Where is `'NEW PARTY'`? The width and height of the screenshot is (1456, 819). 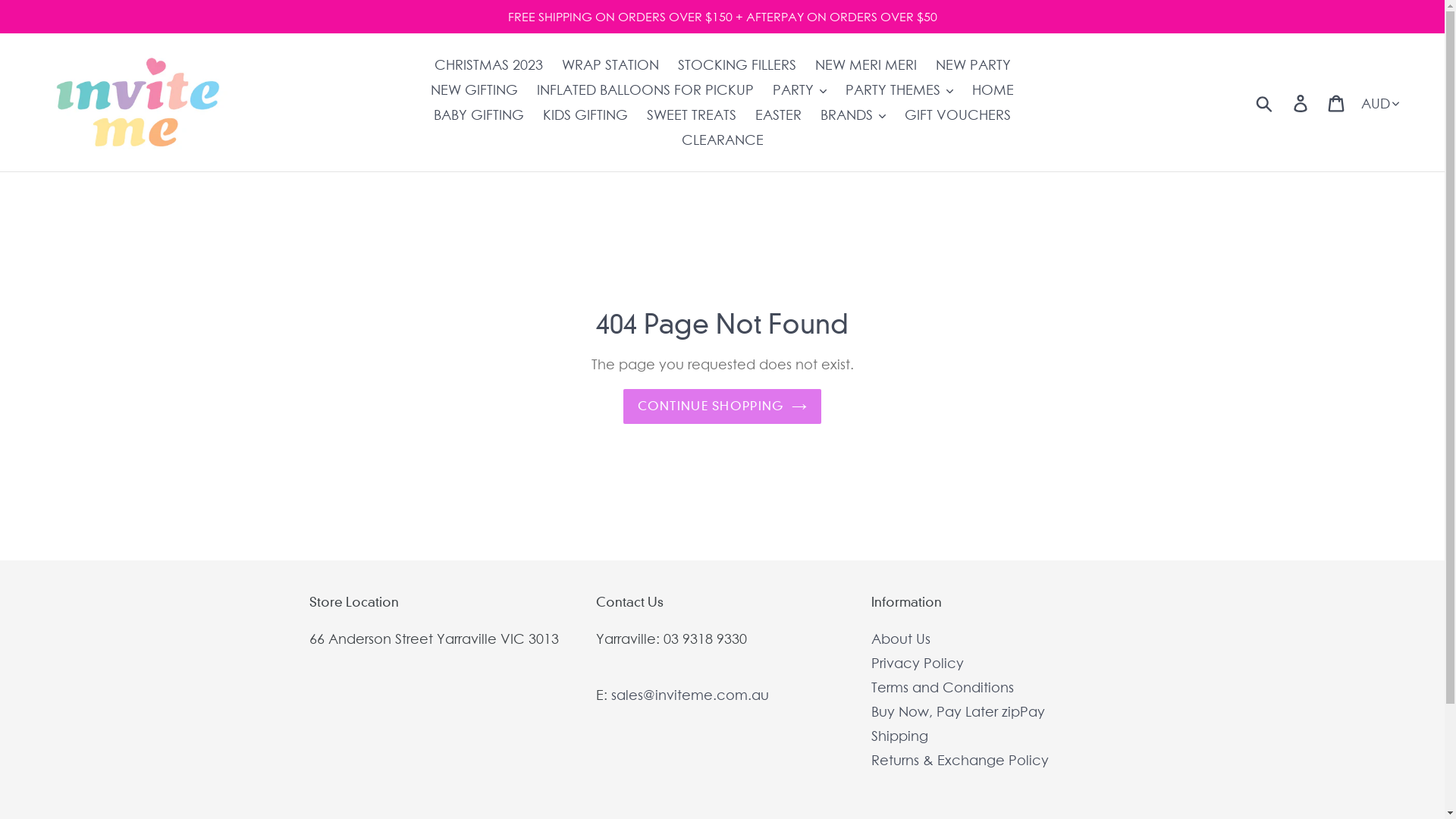
'NEW PARTY' is located at coordinates (927, 64).